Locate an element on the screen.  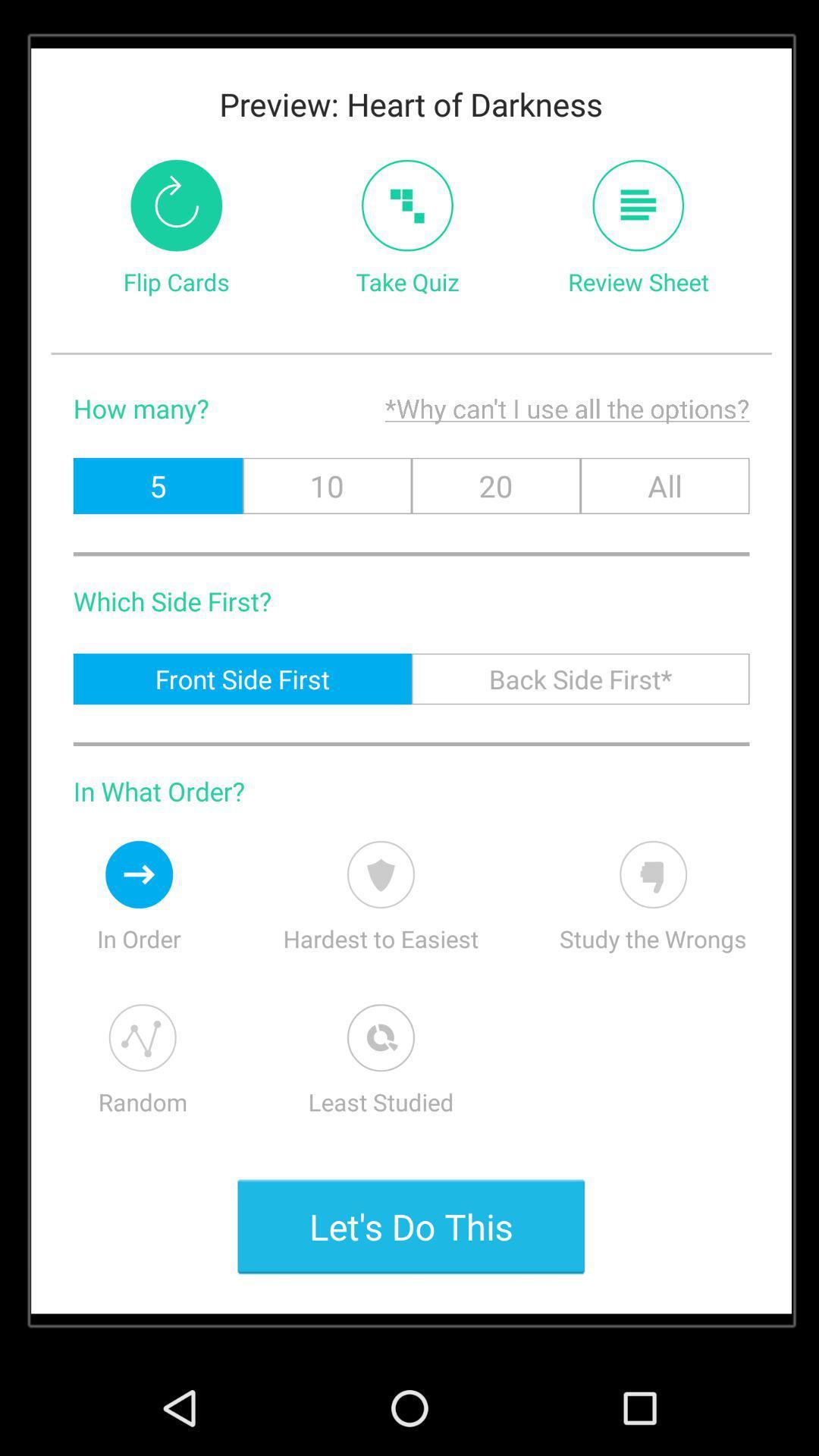
randomize flashcards is located at coordinates (143, 1037).